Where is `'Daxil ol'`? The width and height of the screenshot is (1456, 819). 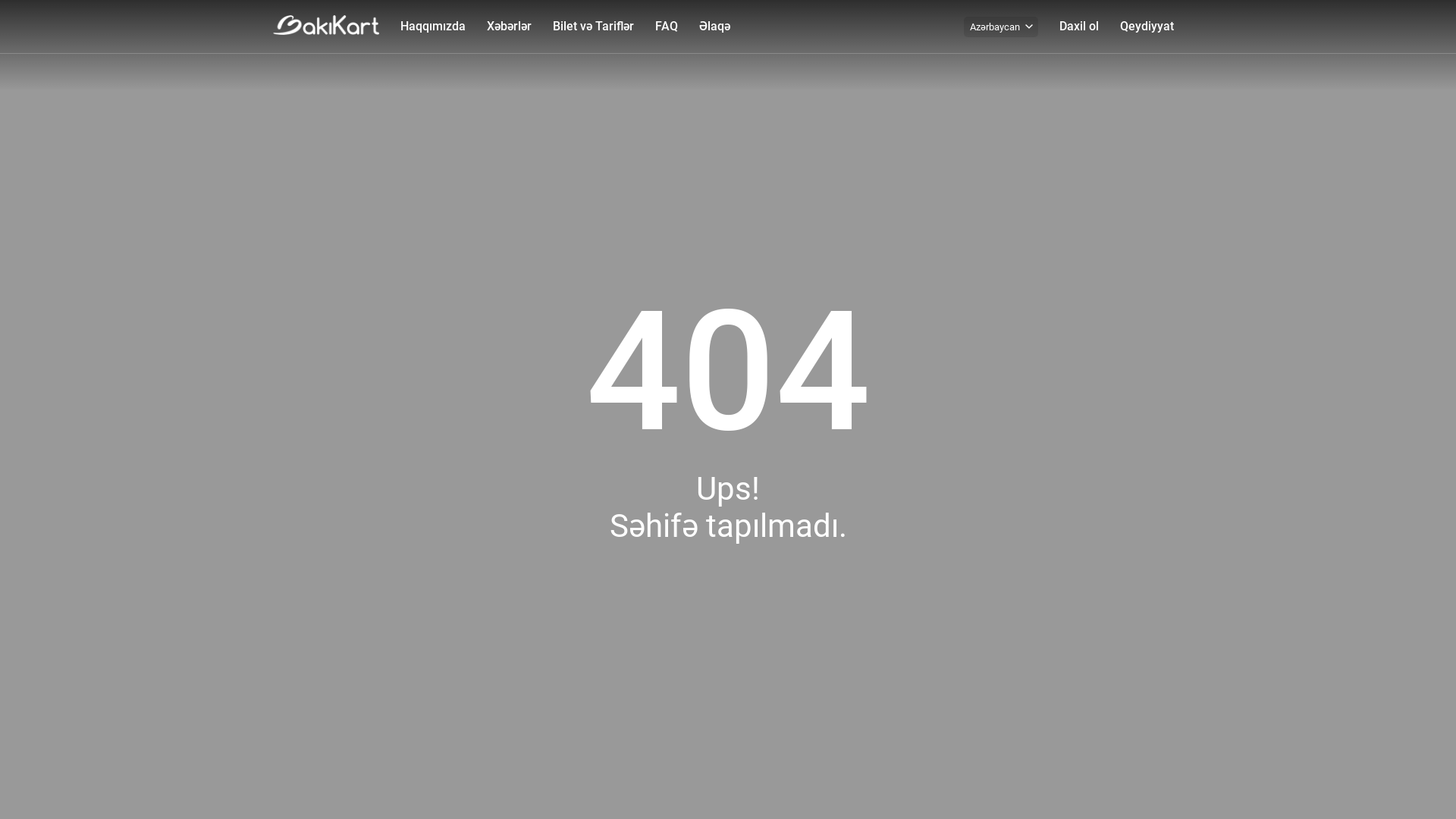
'Daxil ol' is located at coordinates (1078, 26).